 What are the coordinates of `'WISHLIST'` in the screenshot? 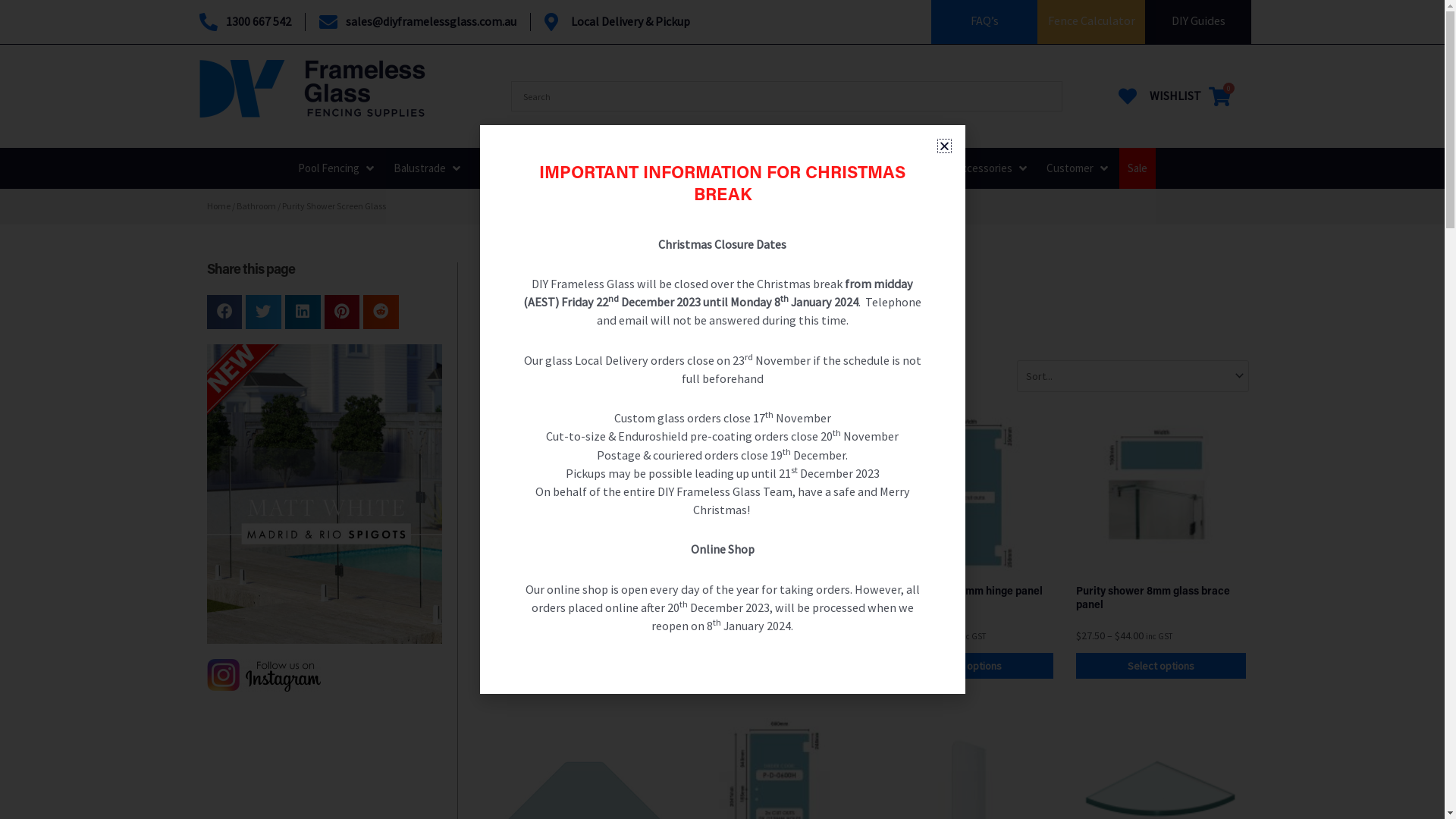 It's located at (1156, 96).